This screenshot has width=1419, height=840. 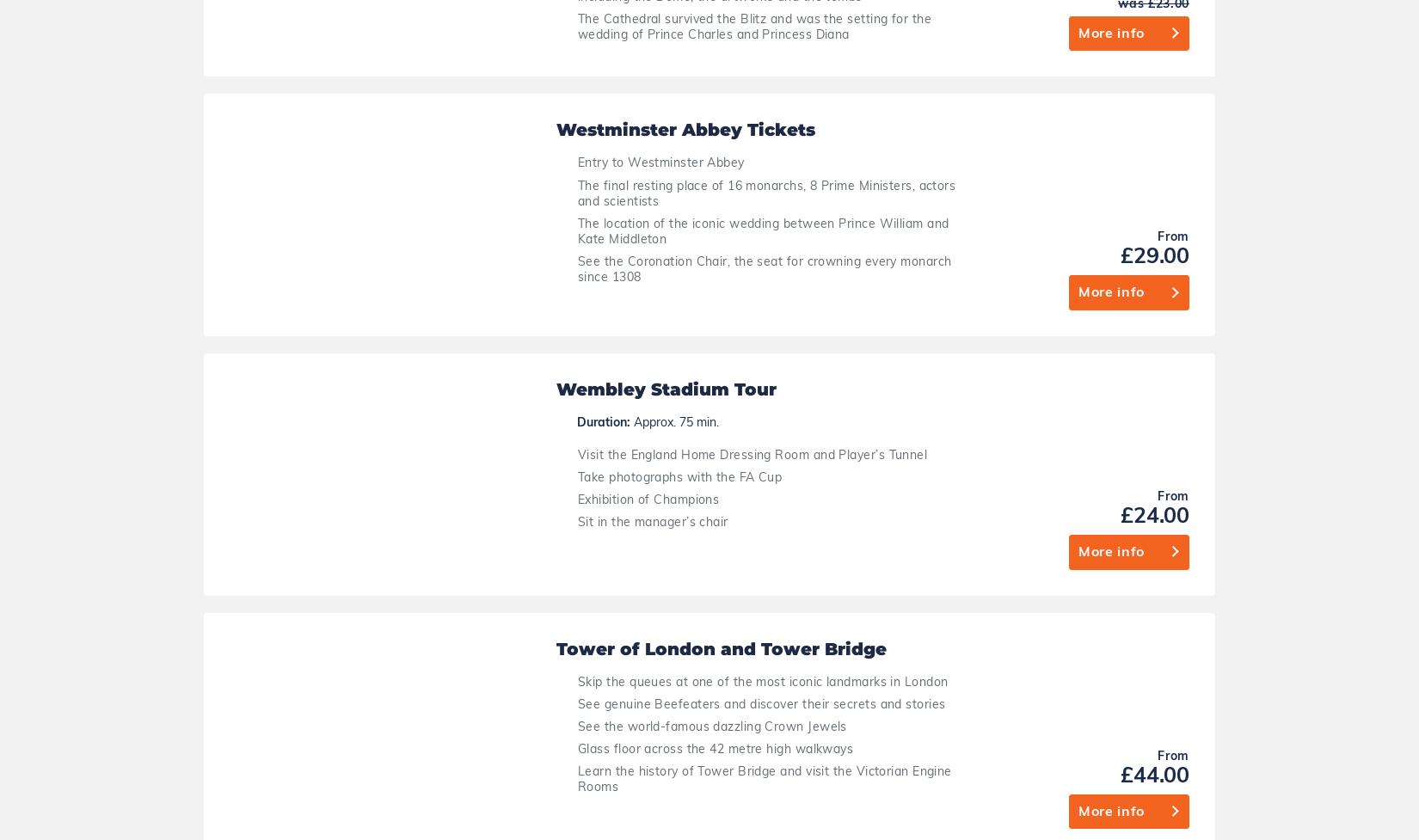 What do you see at coordinates (673, 623) in the screenshot?
I see `'Video and audio clips of his most famous speeches'` at bounding box center [673, 623].